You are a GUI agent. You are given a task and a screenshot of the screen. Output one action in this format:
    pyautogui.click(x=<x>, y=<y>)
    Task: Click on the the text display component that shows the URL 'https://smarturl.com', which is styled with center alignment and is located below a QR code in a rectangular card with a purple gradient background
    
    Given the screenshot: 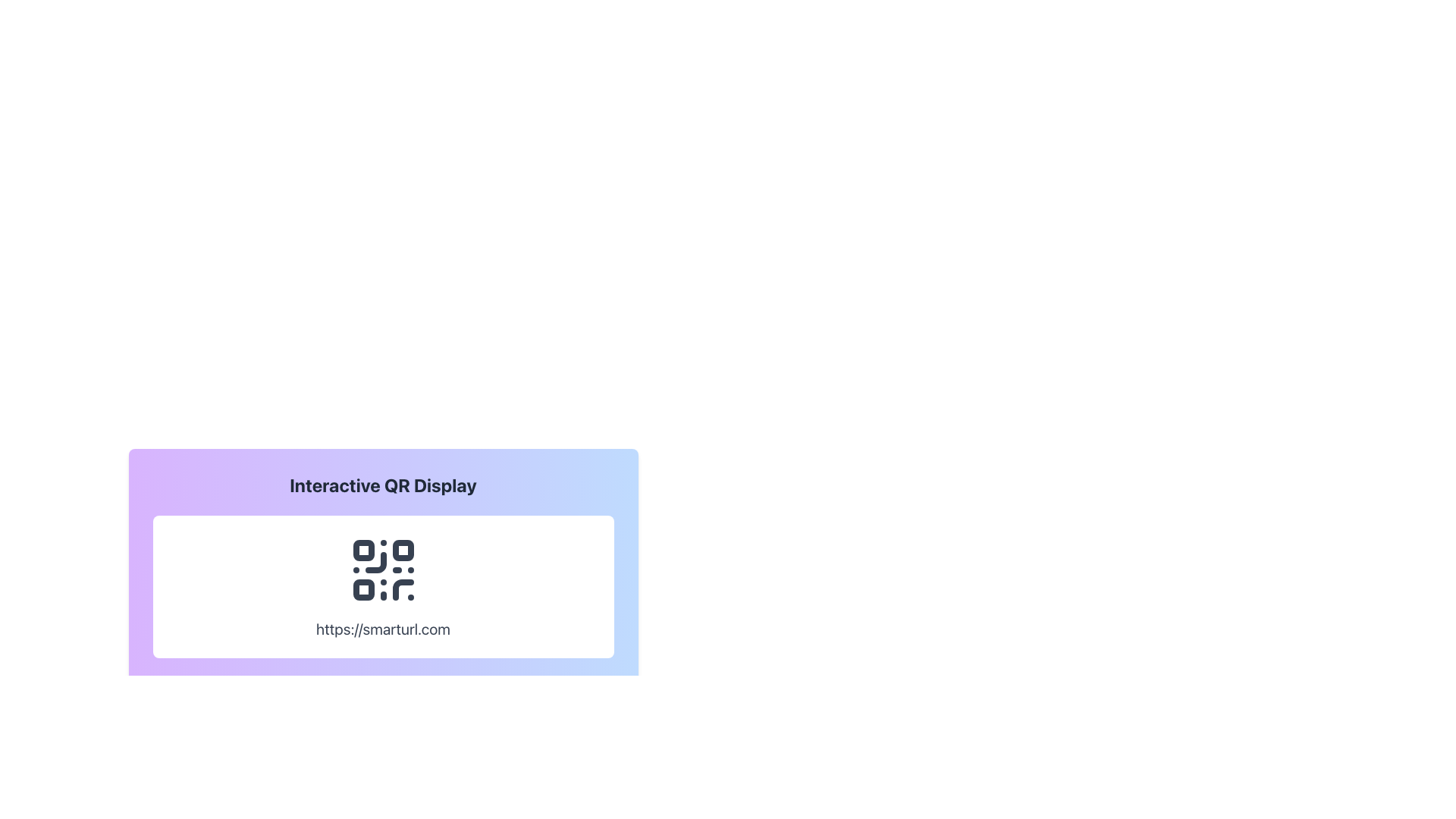 What is the action you would take?
    pyautogui.click(x=383, y=629)
    